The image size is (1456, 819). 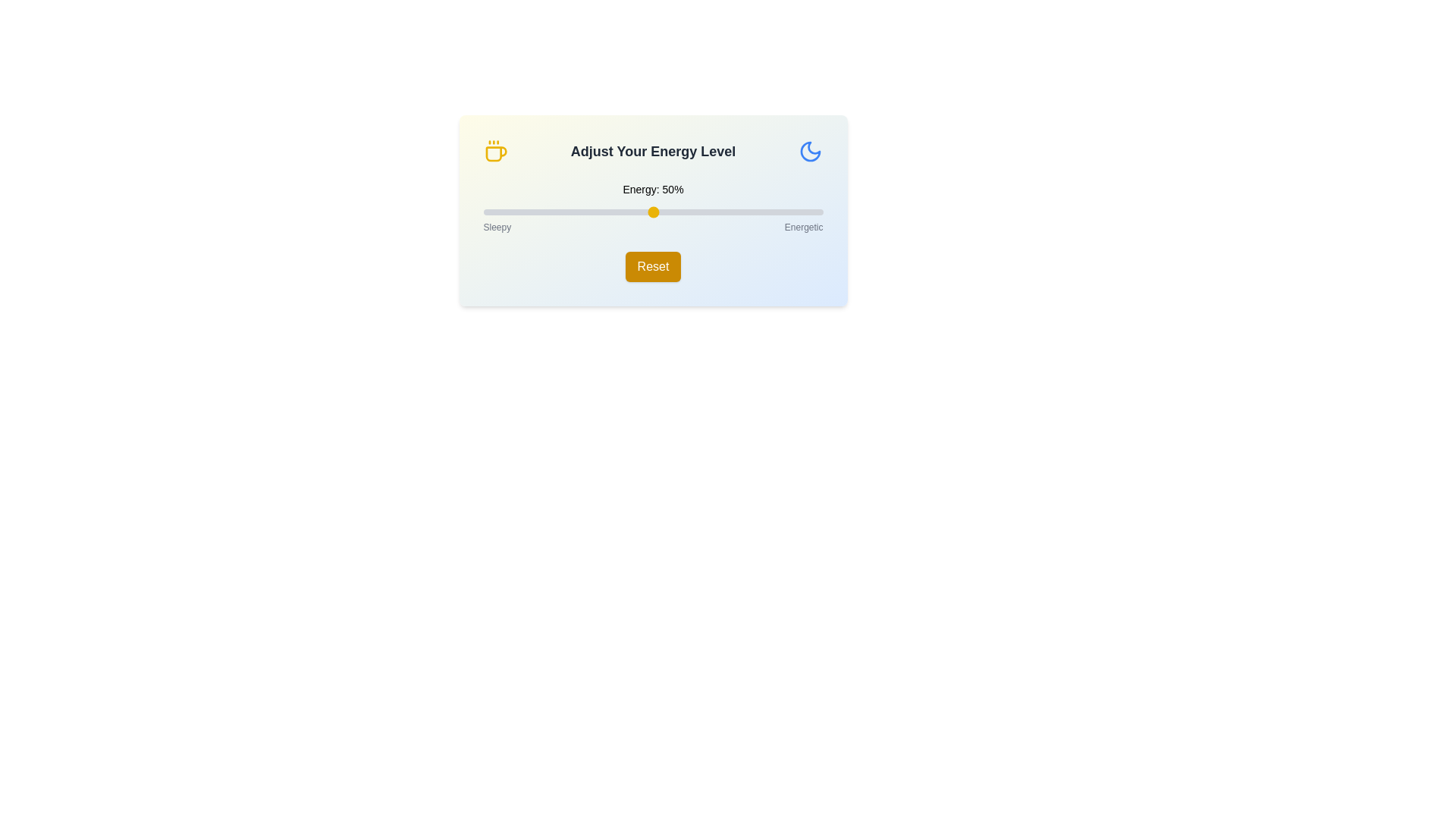 What do you see at coordinates (717, 212) in the screenshot?
I see `the energy level slider to 69%` at bounding box center [717, 212].